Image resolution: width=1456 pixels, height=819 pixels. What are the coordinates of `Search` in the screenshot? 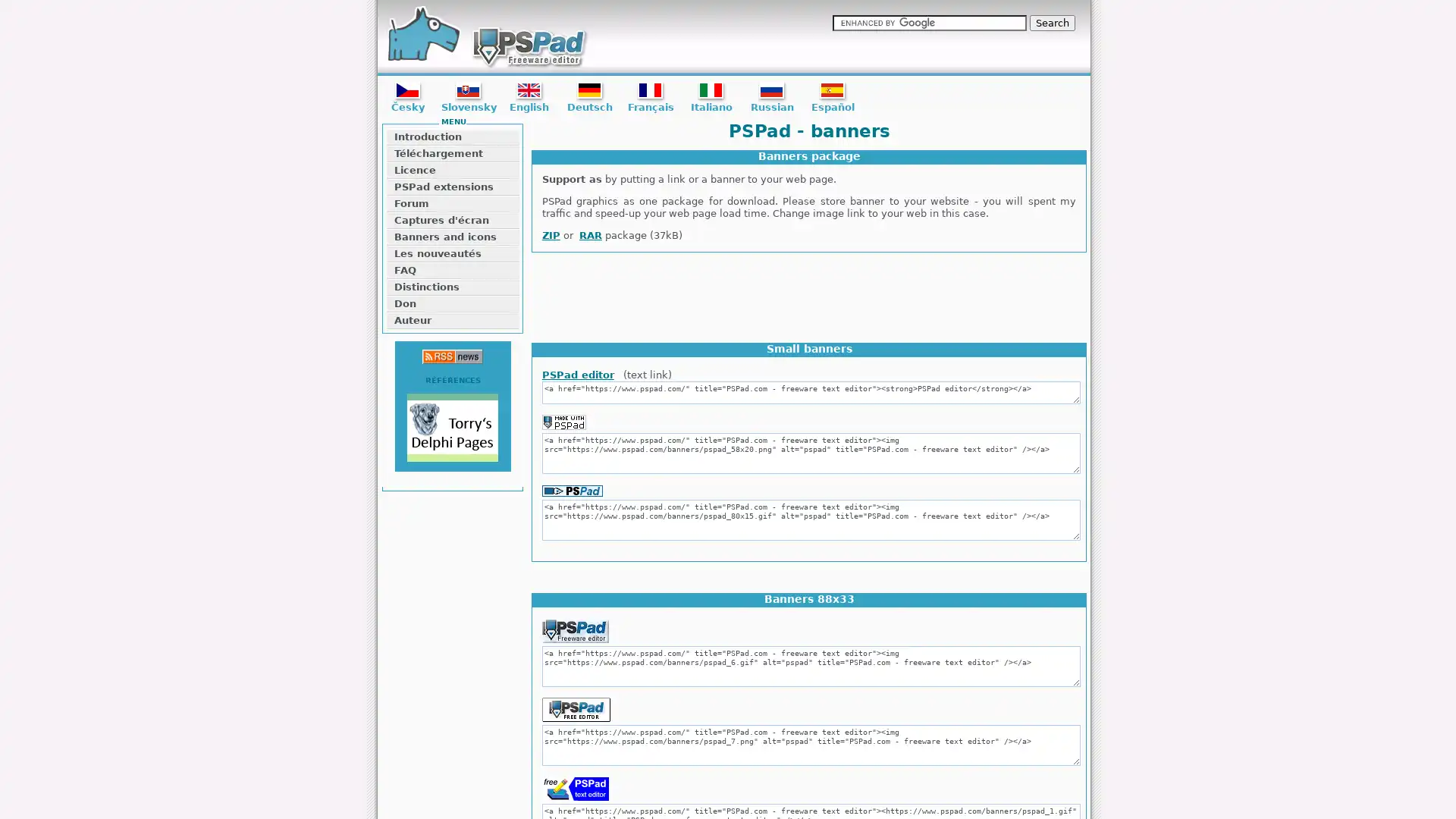 It's located at (1051, 23).